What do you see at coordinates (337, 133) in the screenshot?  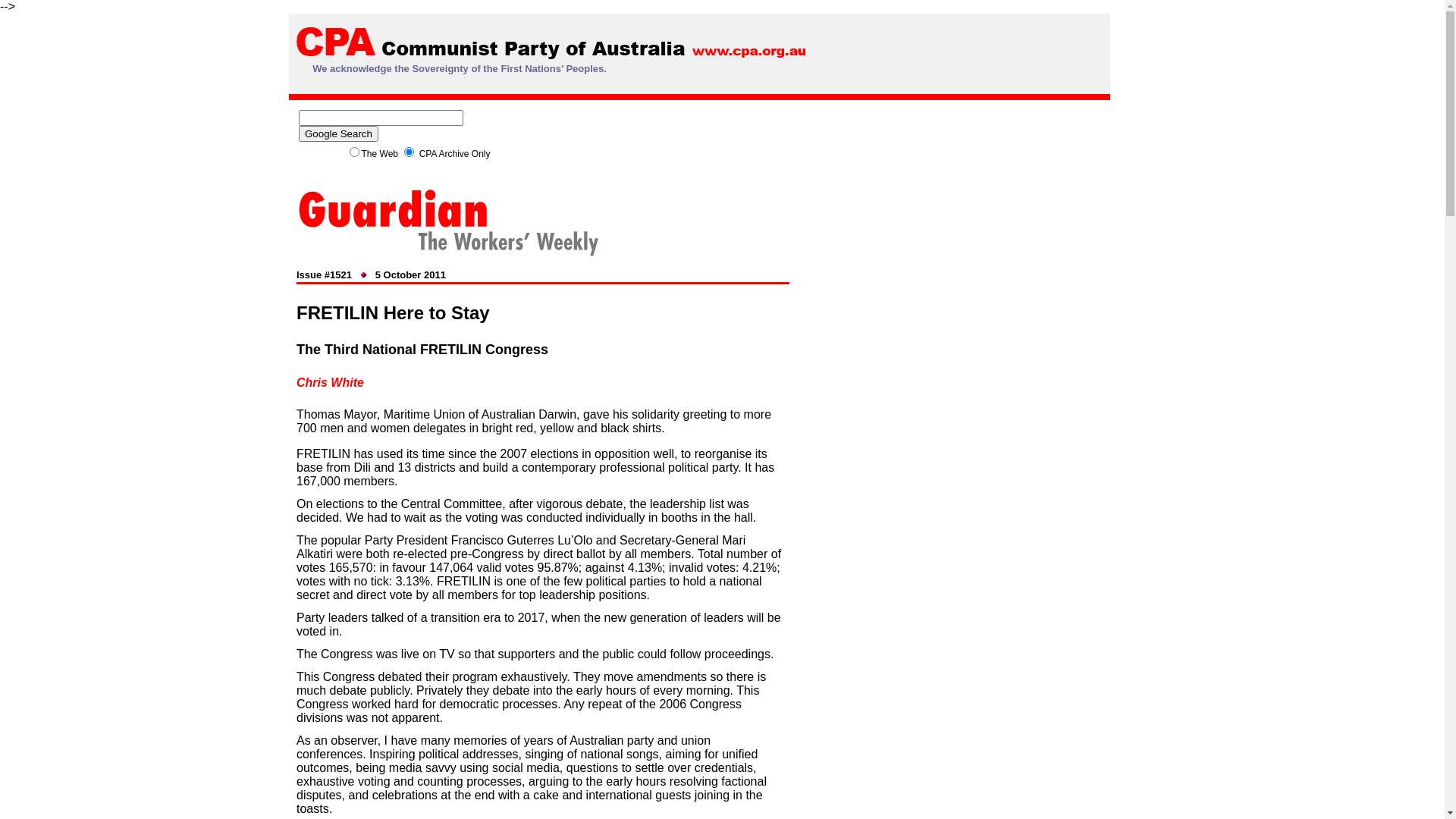 I see `'Google Search'` at bounding box center [337, 133].